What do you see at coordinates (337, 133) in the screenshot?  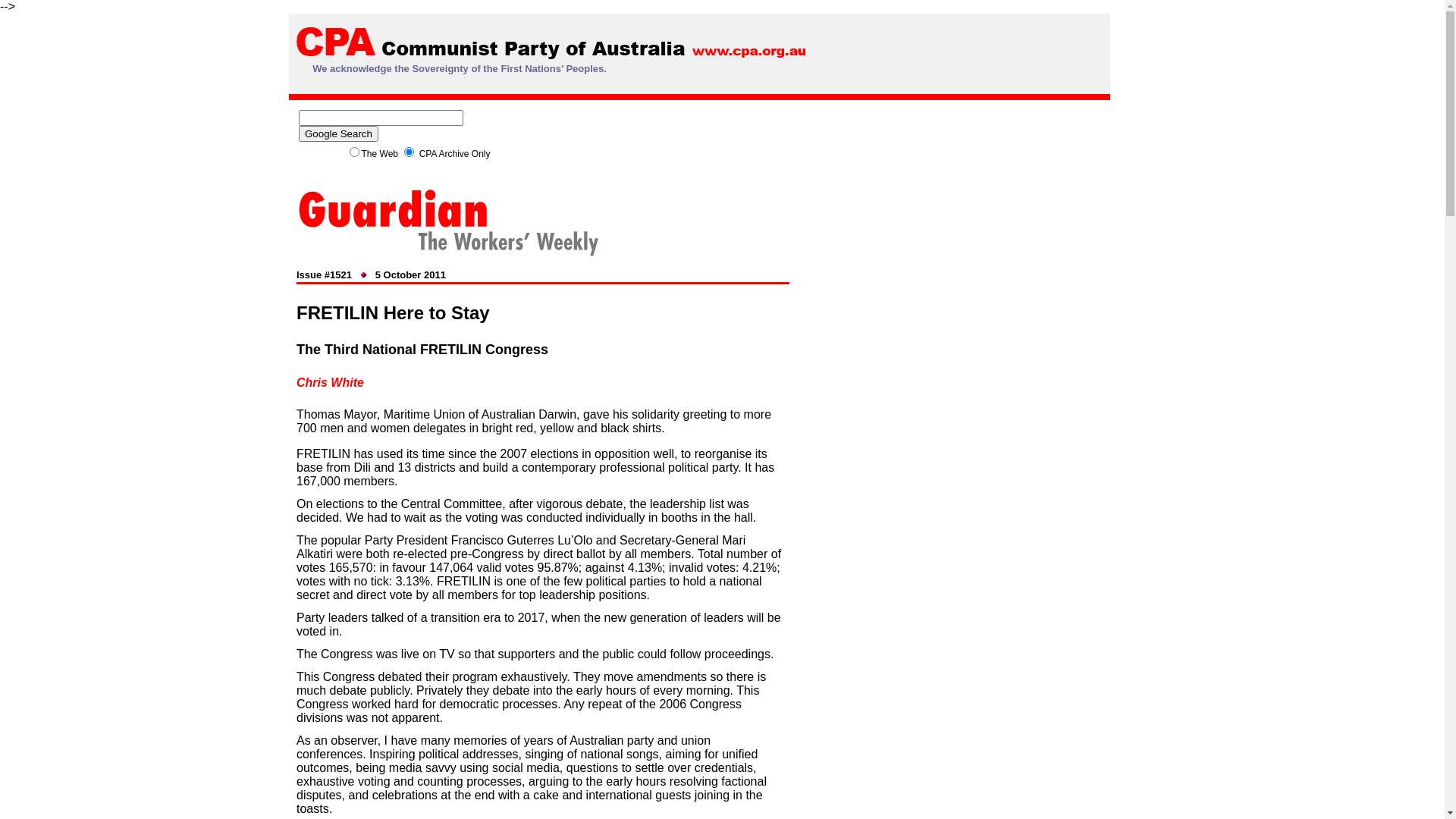 I see `'Google Search'` at bounding box center [337, 133].